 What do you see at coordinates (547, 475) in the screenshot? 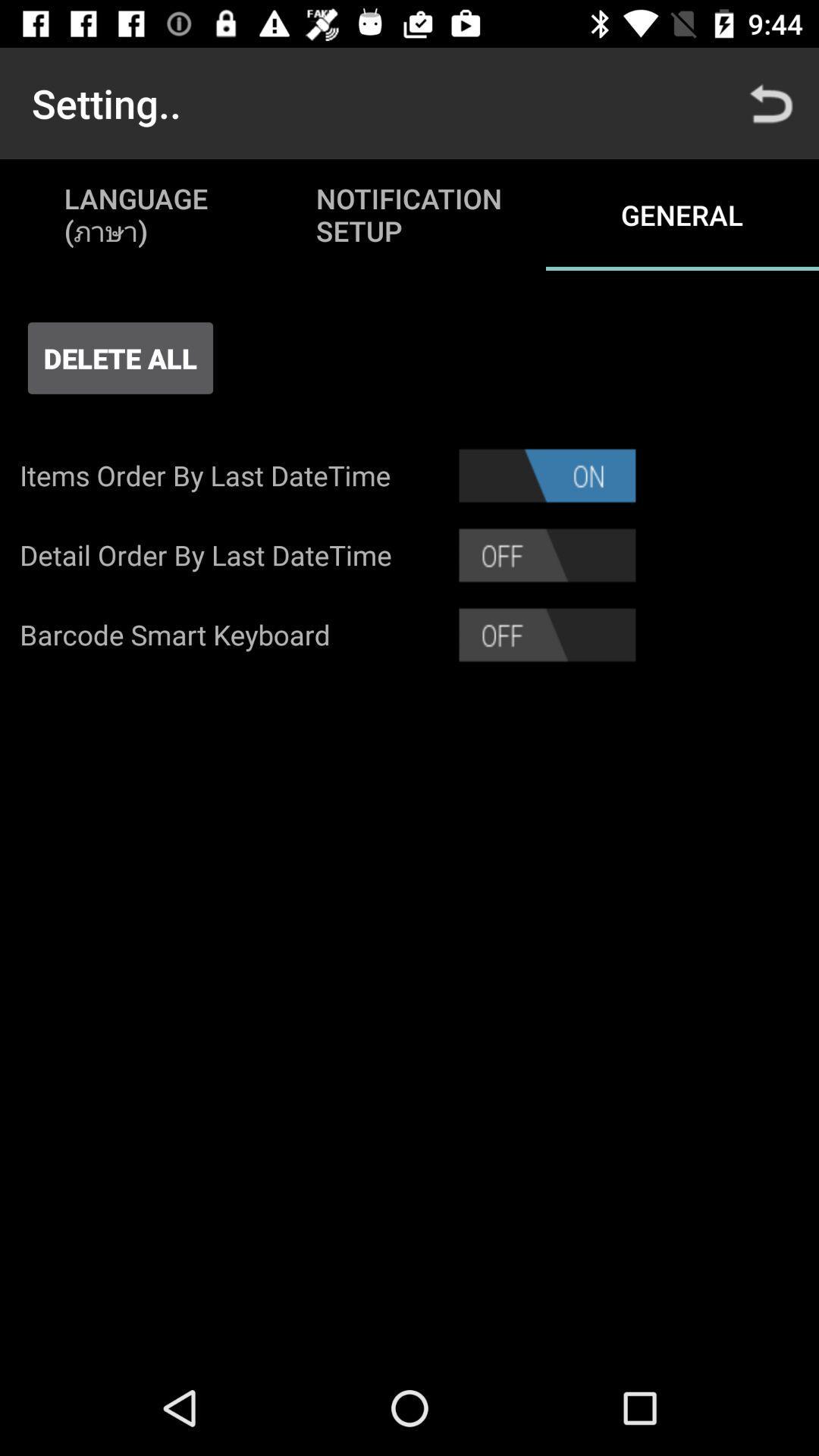
I see `i can turn on or off notifications listed by last date time` at bounding box center [547, 475].